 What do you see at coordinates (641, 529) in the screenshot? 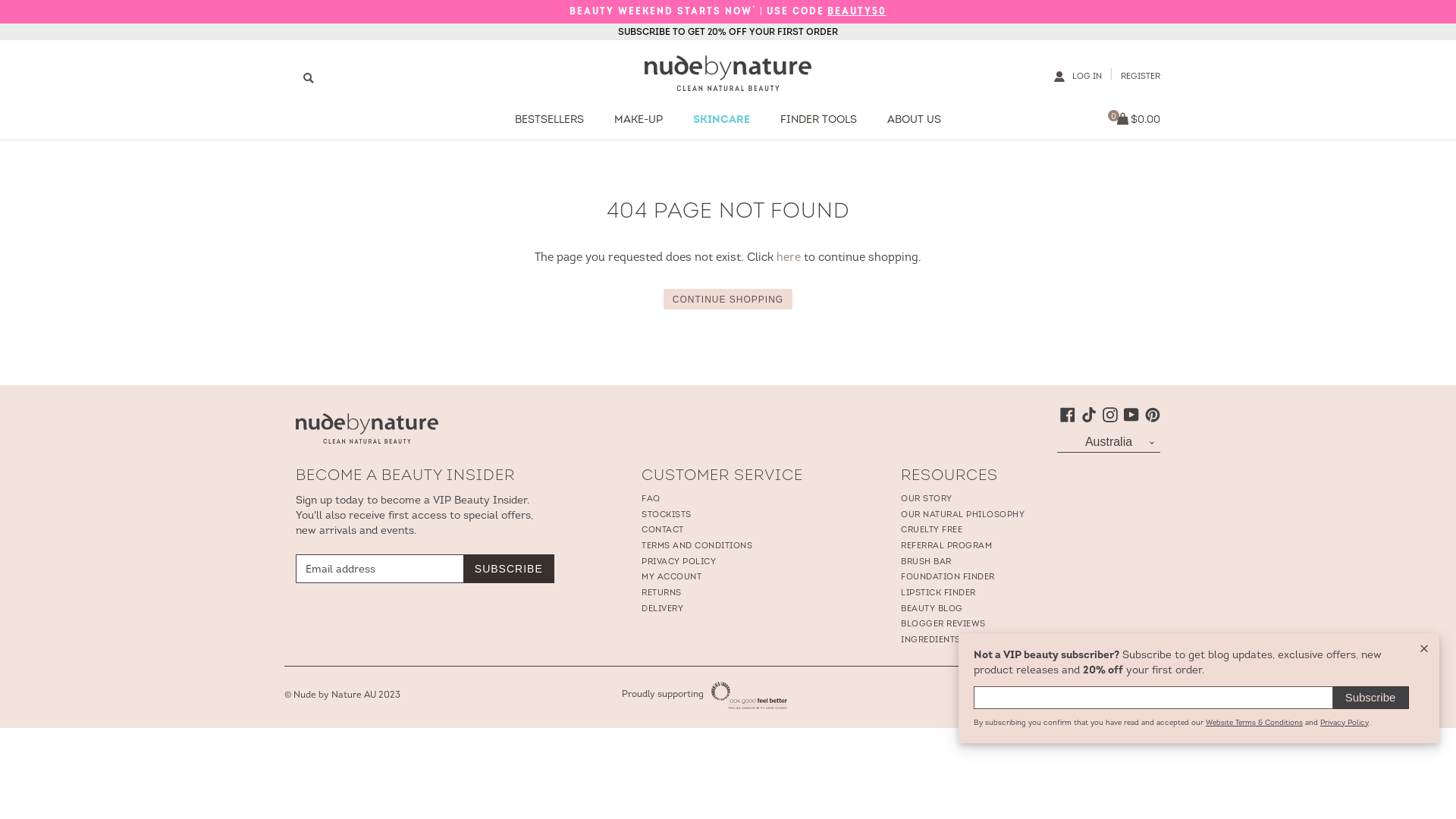
I see `'CONTACT'` at bounding box center [641, 529].